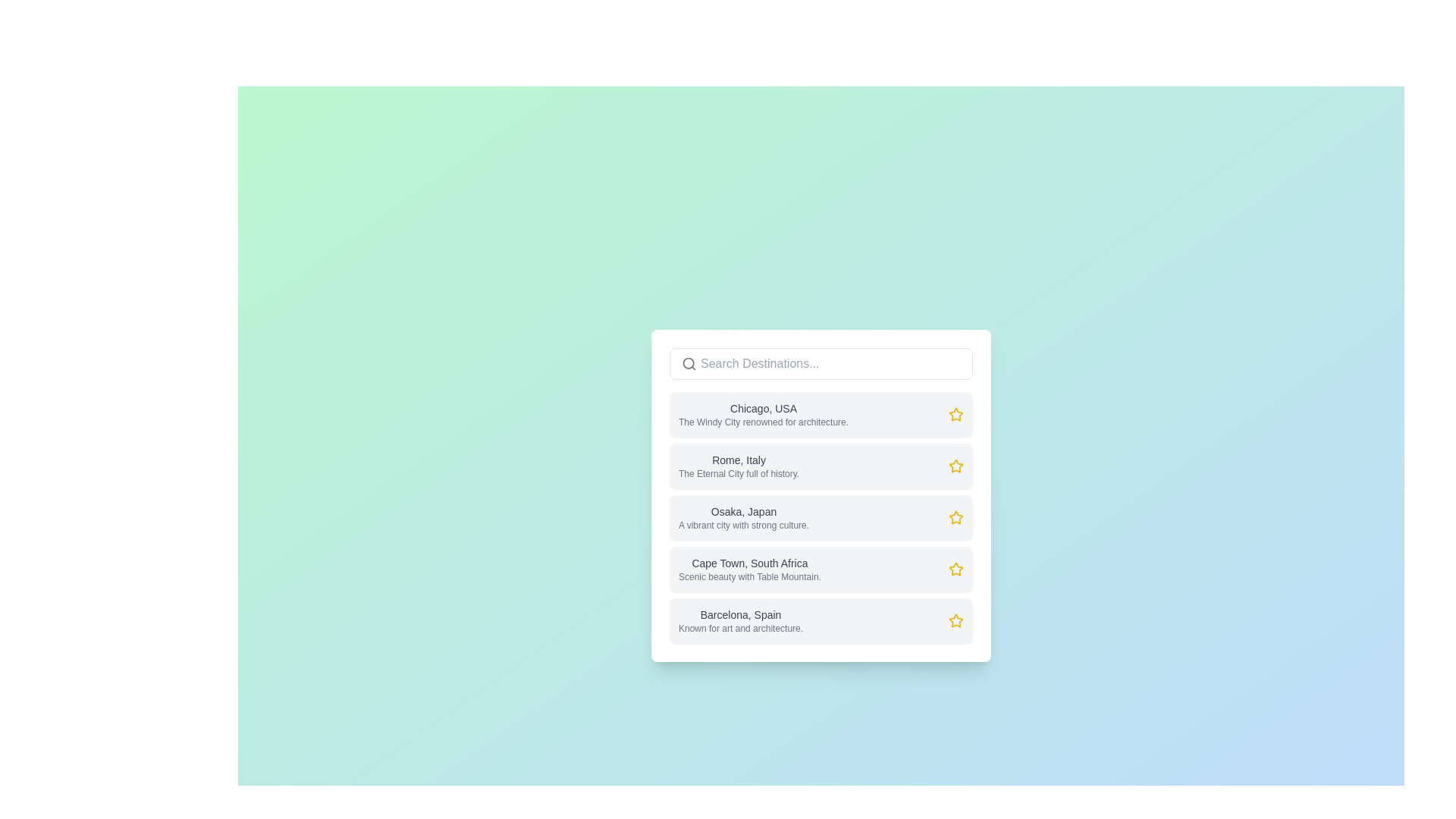  Describe the element at coordinates (764, 415) in the screenshot. I see `the descriptive text block that informs users about 'Chicago, USA', located below the search bar and above the list items 'Rome, Italy' and 'Osaka, Japan'` at that location.